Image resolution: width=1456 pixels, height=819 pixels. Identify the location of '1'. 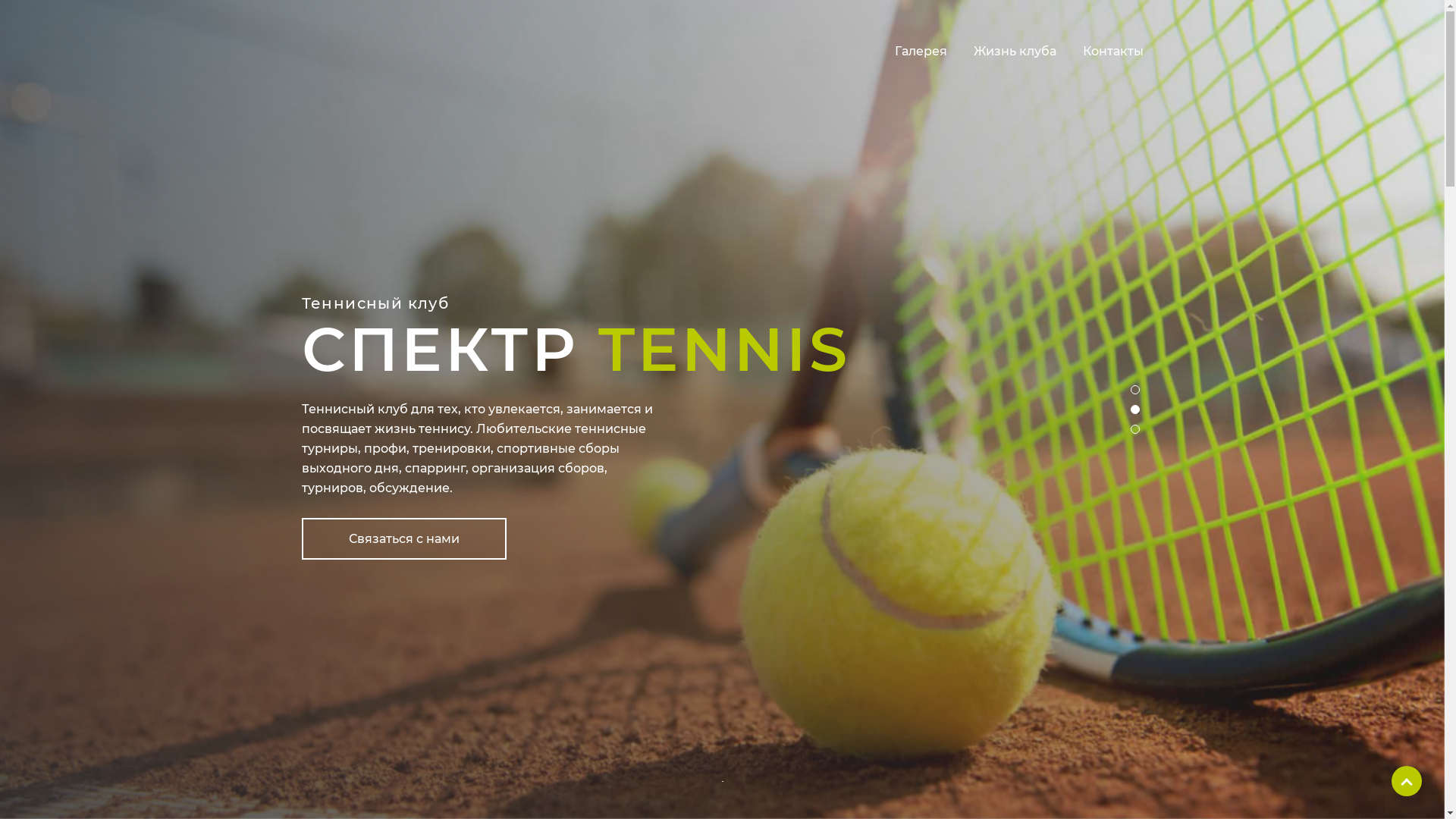
(1139, 393).